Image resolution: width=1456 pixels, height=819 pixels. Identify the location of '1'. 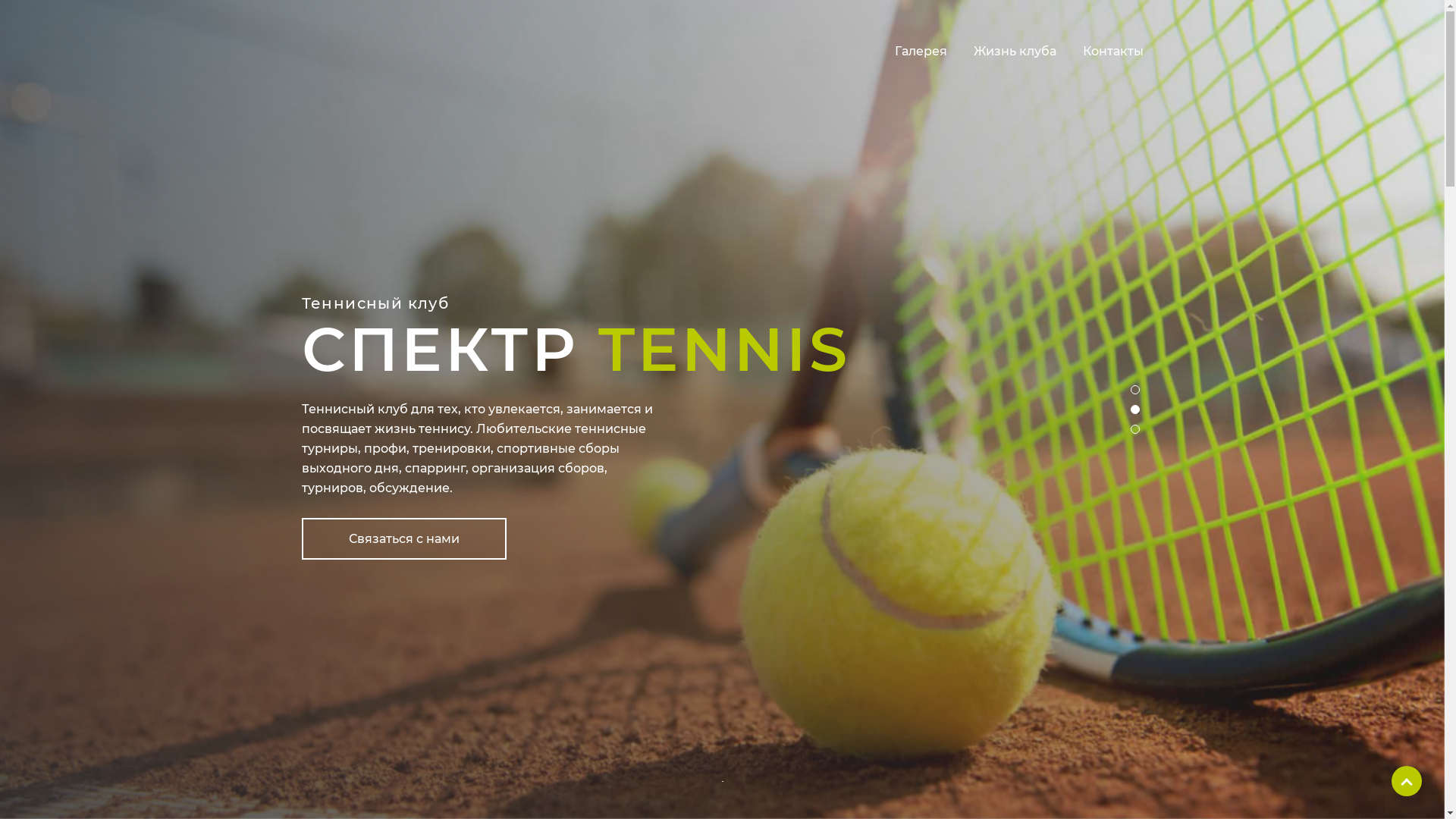
(1139, 393).